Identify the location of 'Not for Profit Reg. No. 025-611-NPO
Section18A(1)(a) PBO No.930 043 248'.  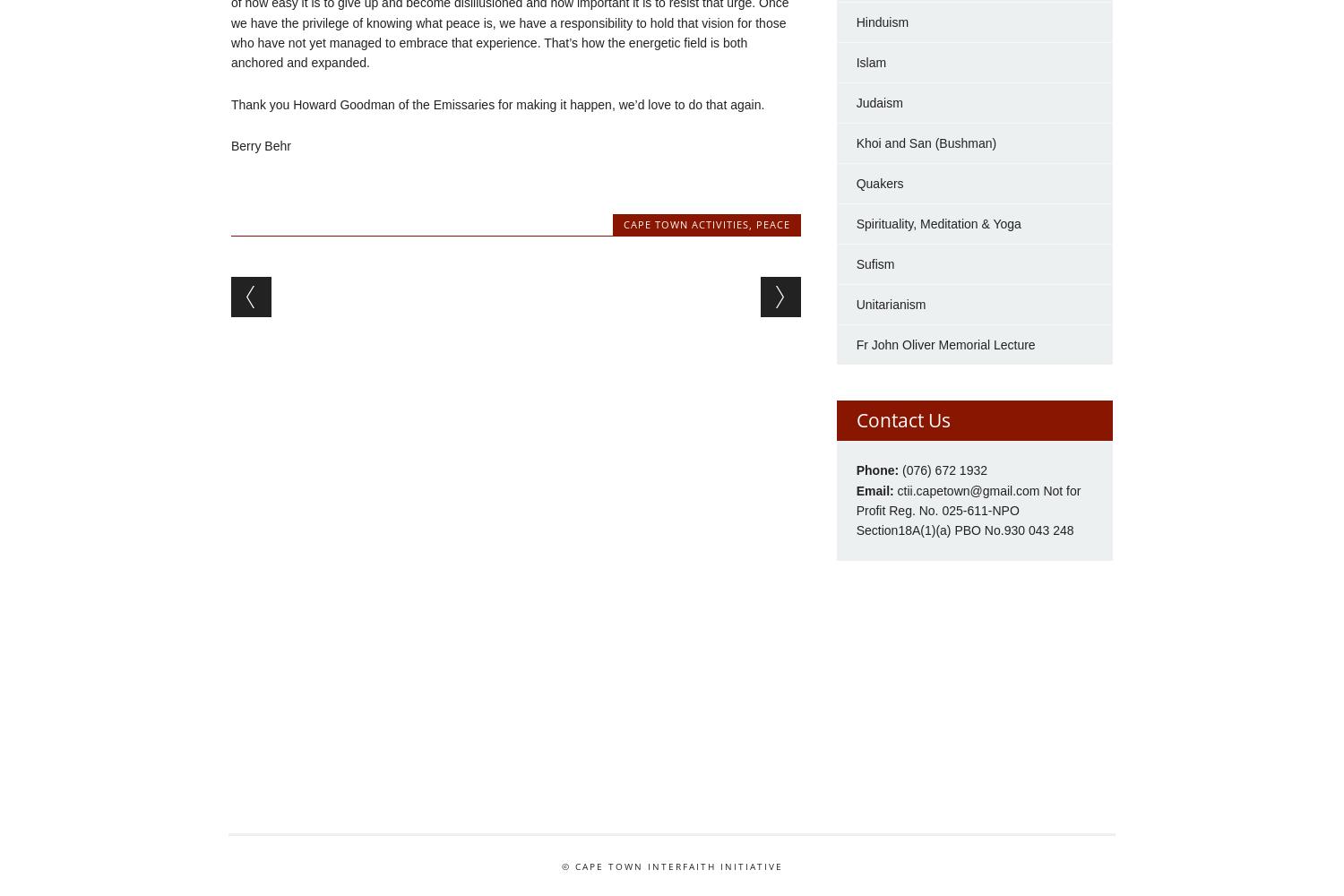
(967, 509).